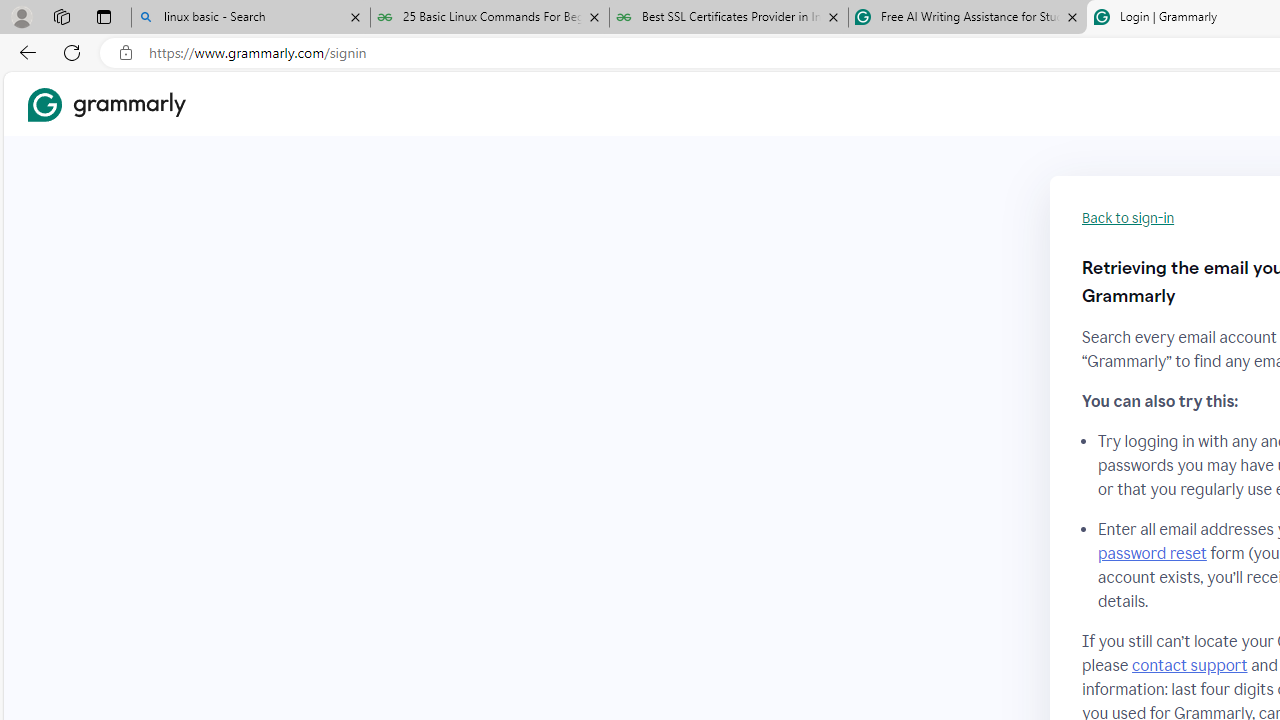 Image resolution: width=1280 pixels, height=720 pixels. Describe the element at coordinates (1189, 665) in the screenshot. I see `'contact support'` at that location.